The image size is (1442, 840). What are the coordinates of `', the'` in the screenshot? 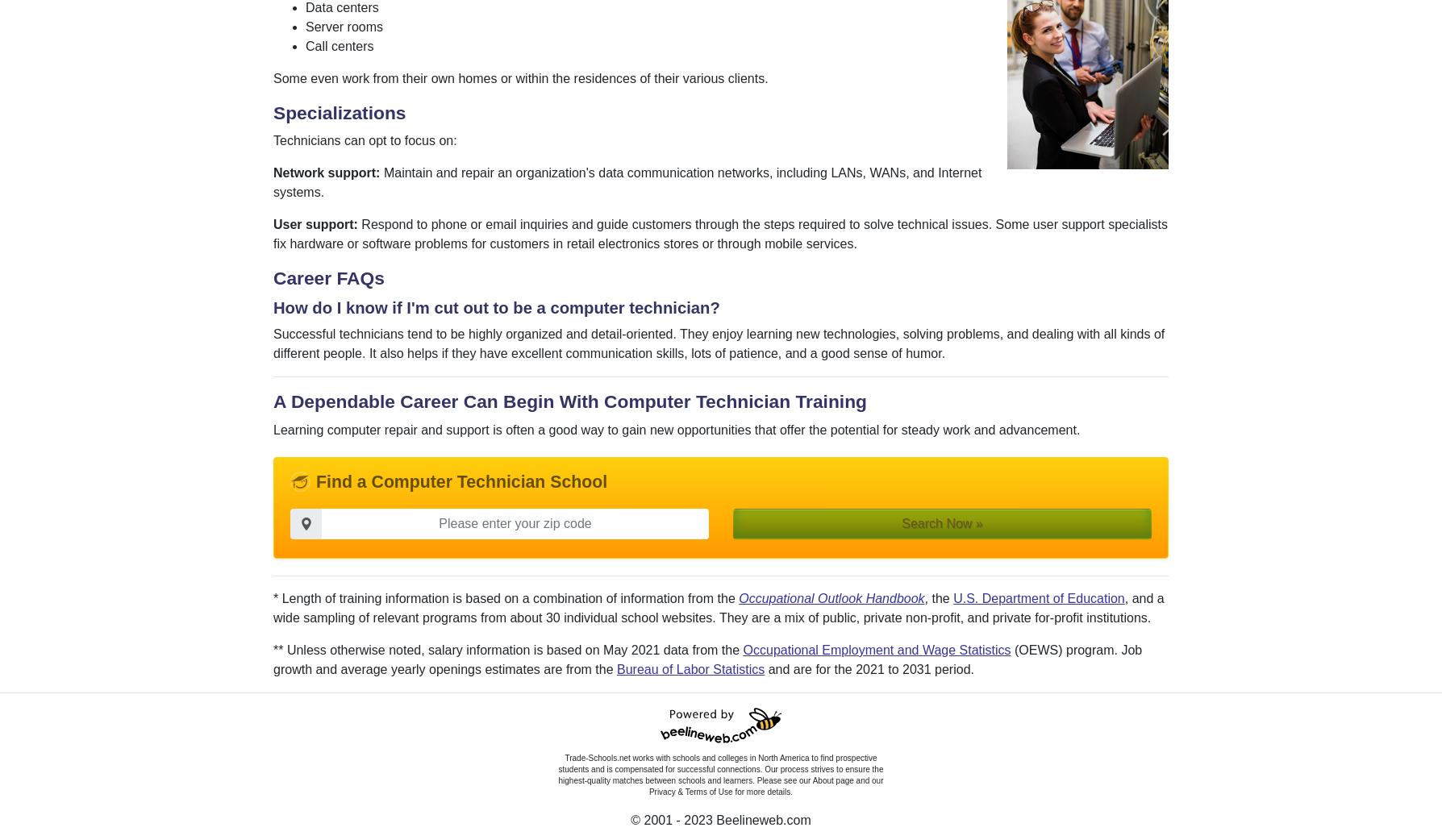 It's located at (937, 597).